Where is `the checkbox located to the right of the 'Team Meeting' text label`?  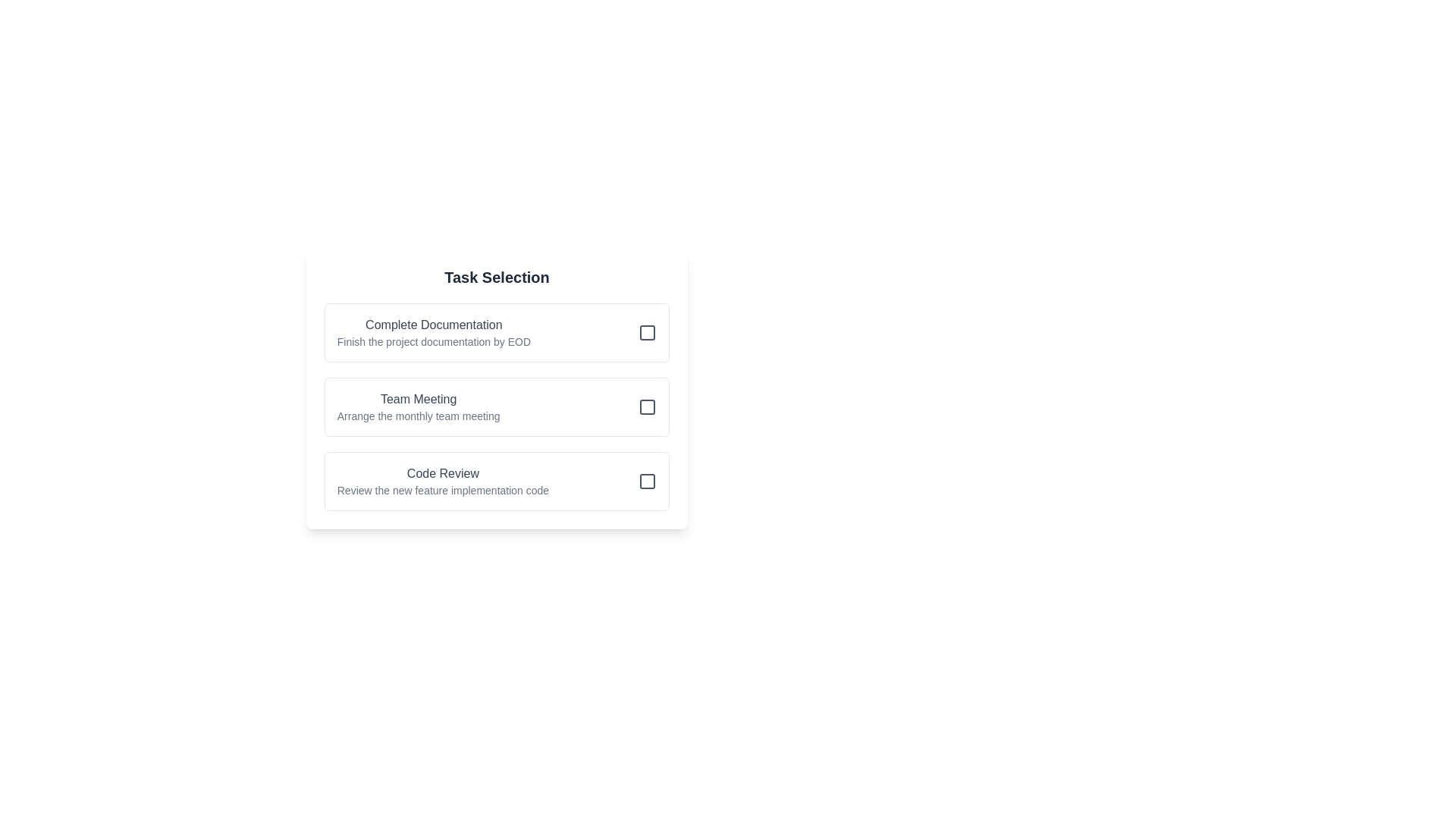 the checkbox located to the right of the 'Team Meeting' text label is located at coordinates (648, 406).